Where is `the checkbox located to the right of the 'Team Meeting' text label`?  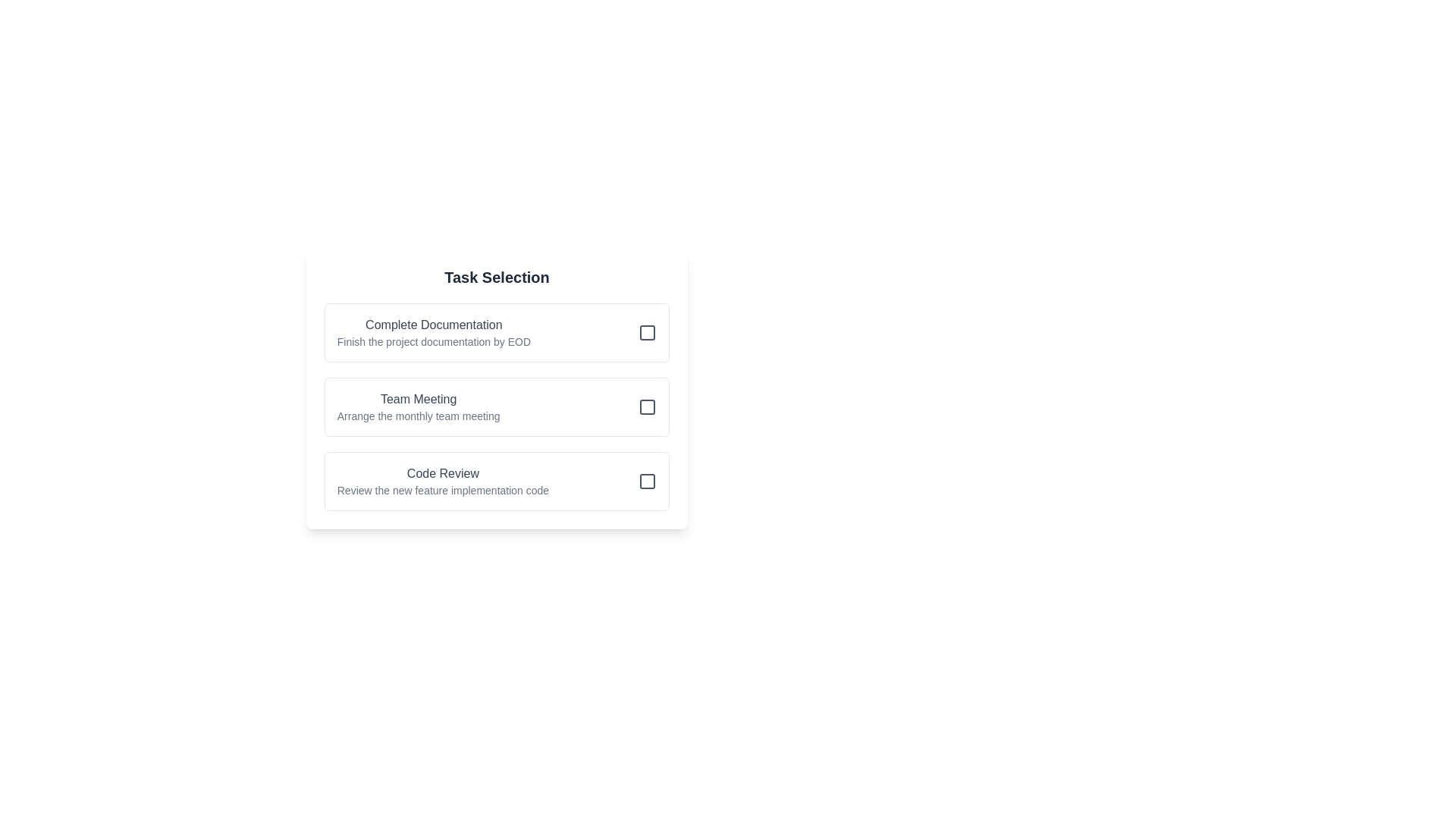 the checkbox located to the right of the 'Team Meeting' text label is located at coordinates (648, 406).